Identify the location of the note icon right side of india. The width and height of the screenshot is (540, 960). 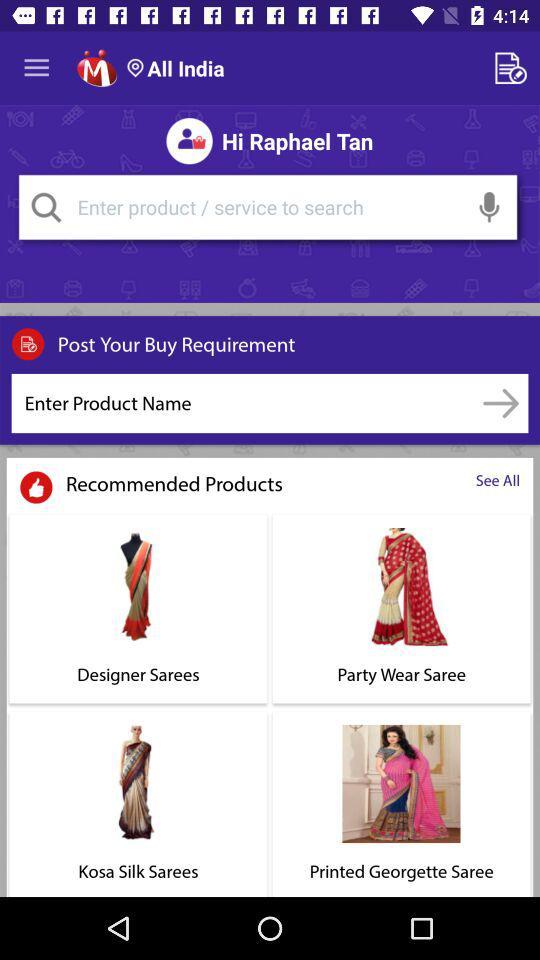
(514, 68).